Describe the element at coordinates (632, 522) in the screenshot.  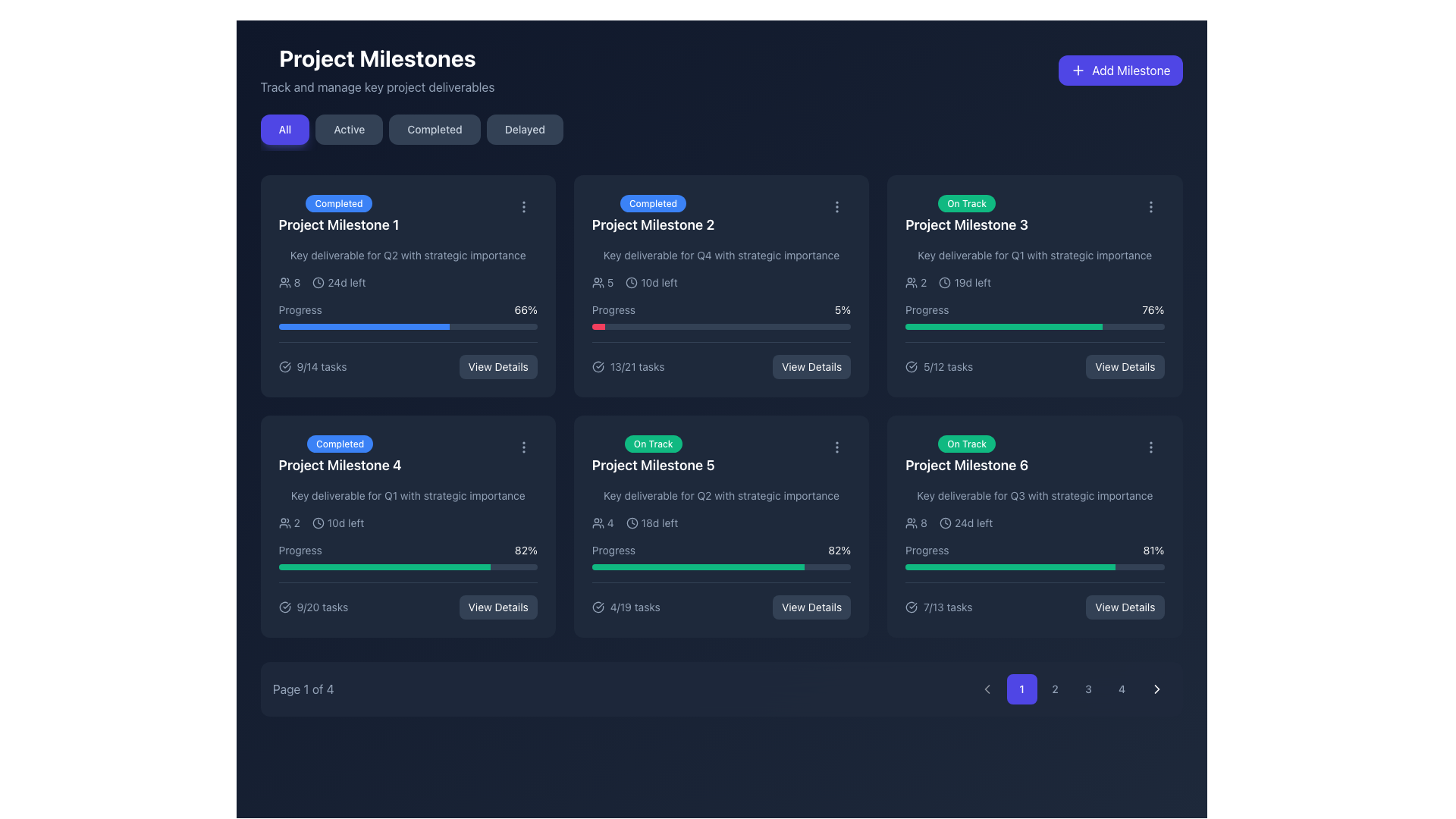
I see `the SVG graphical element (circle) that represents a timer or deadline associated with Project Milestone 5, located in the header adjacent to the time left text` at that location.